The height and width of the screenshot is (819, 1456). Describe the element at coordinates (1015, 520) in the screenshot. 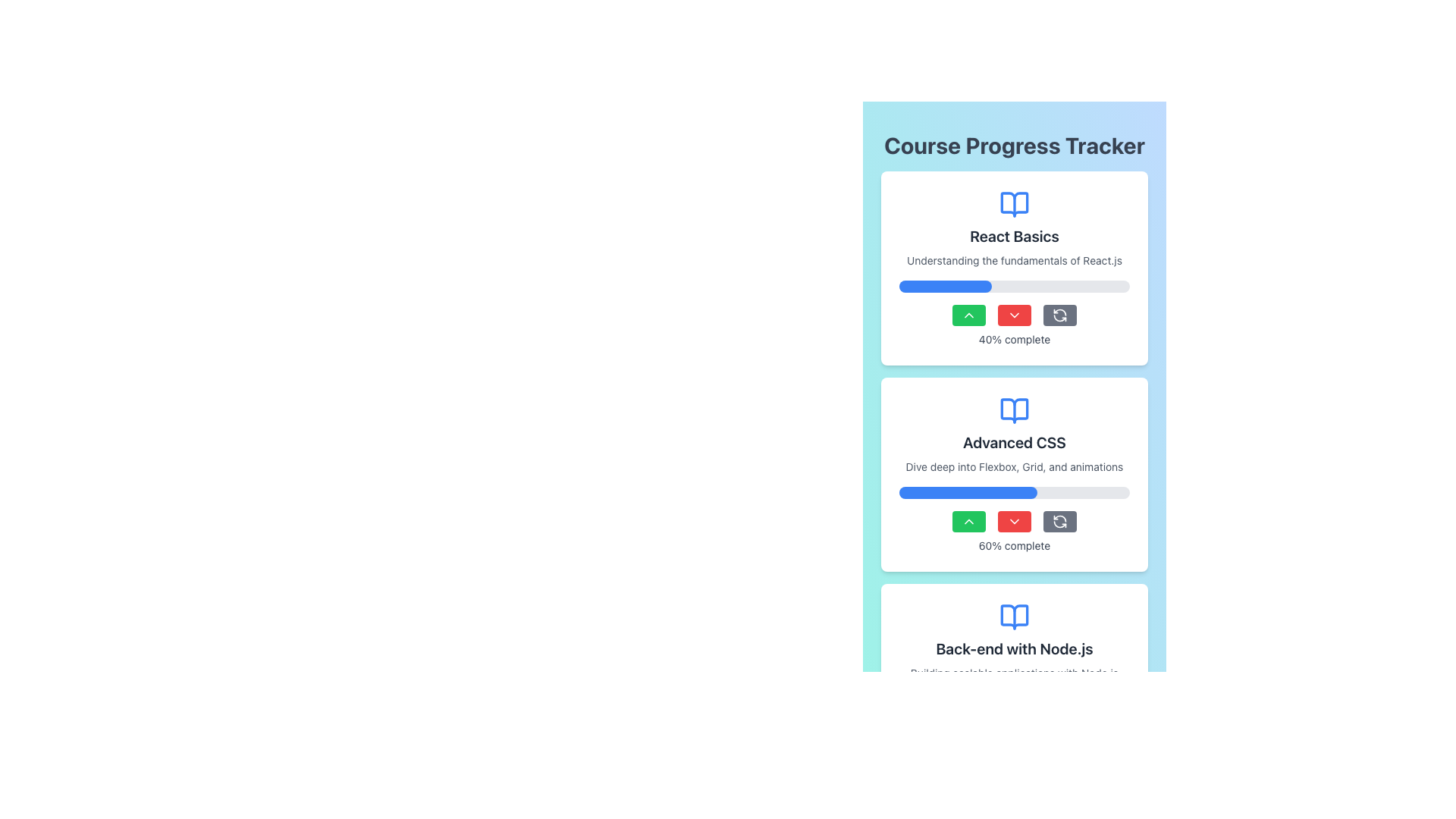

I see `the red decrement button located between the green upward chevron button and the gray refresh icon button in the course module interface for 'Advanced CSS'` at that location.